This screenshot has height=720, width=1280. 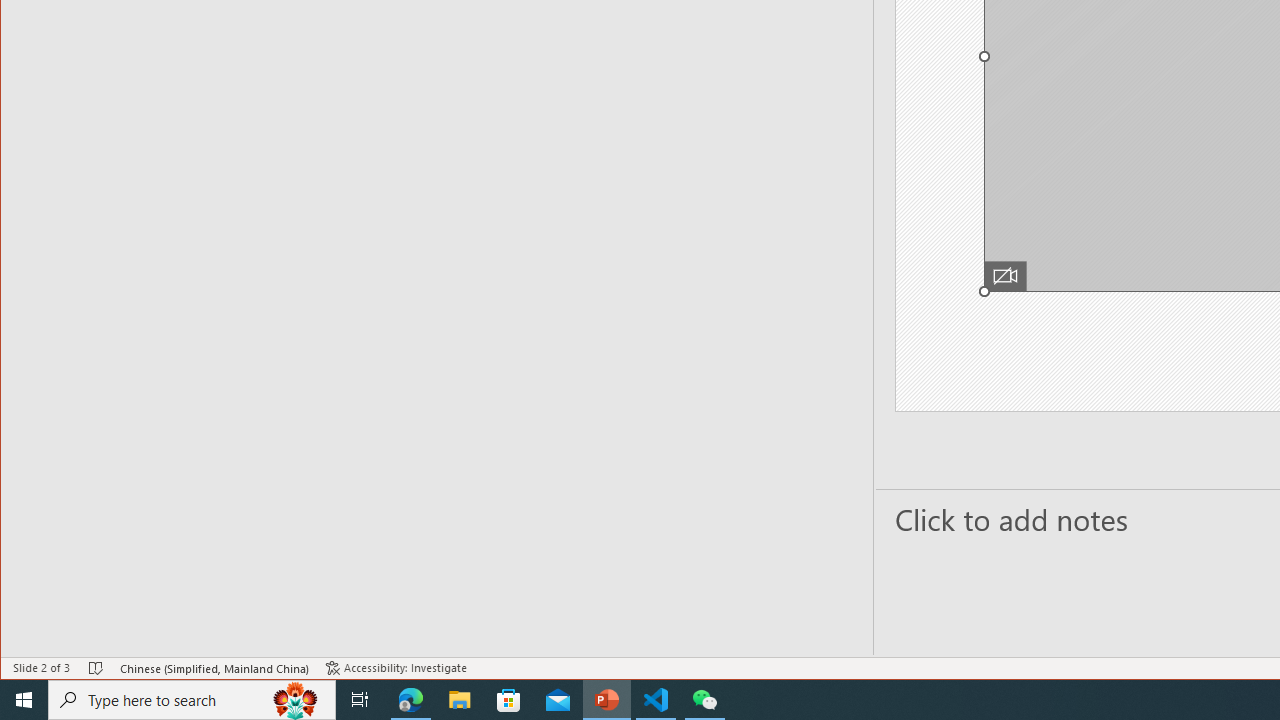 What do you see at coordinates (24, 698) in the screenshot?
I see `'Start'` at bounding box center [24, 698].